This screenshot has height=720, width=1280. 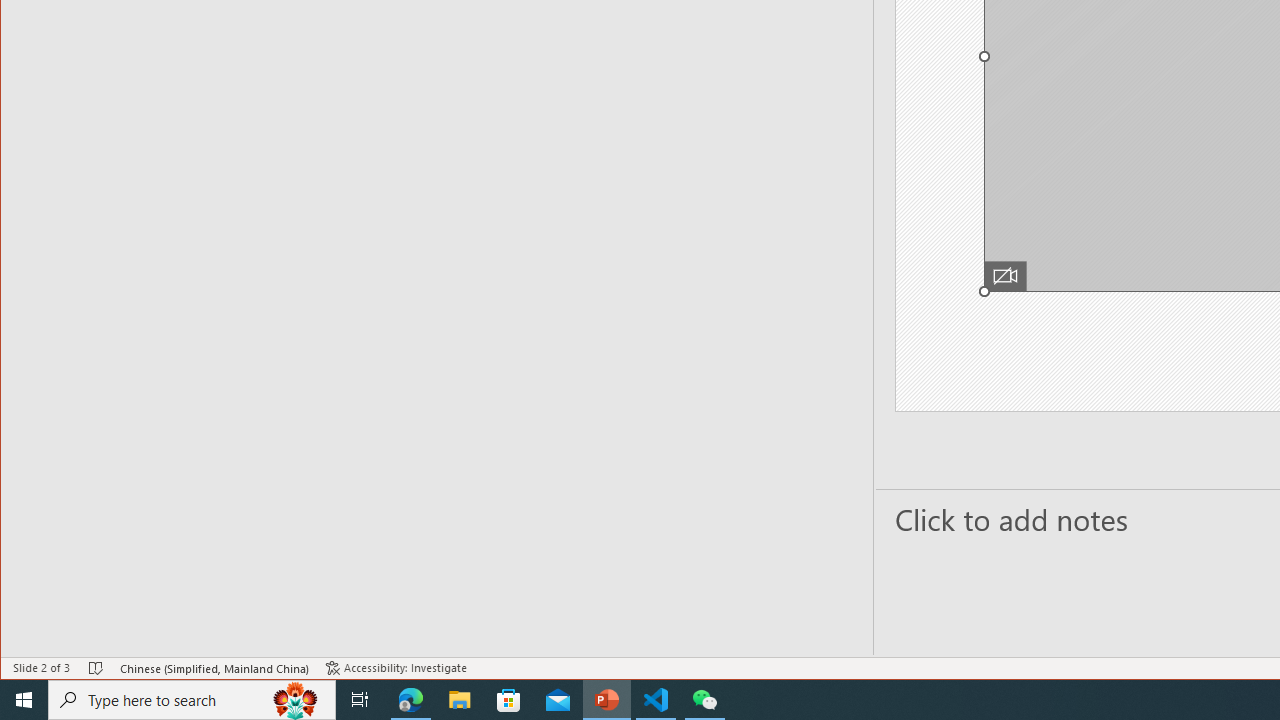 What do you see at coordinates (24, 698) in the screenshot?
I see `'Start'` at bounding box center [24, 698].